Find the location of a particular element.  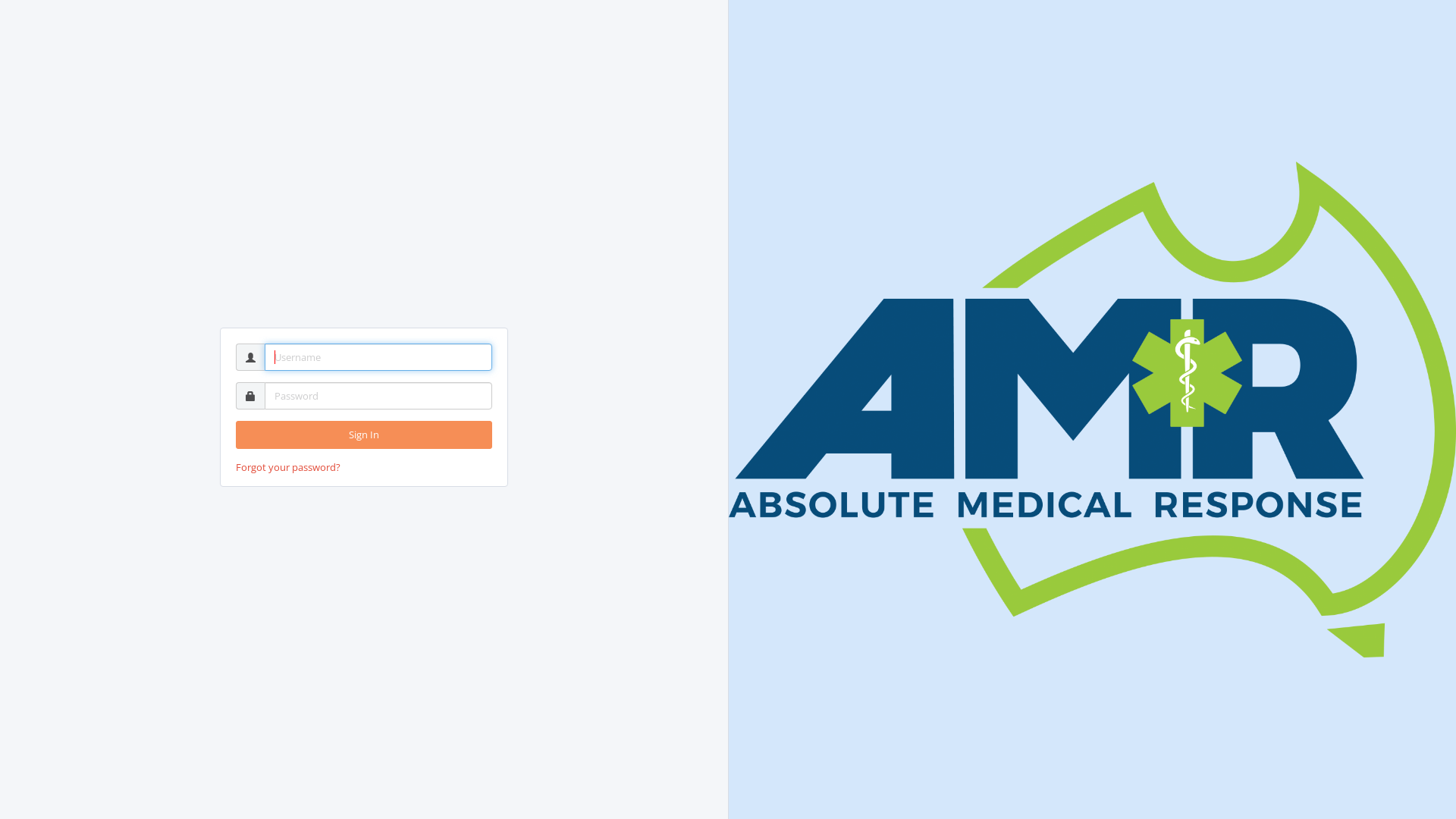

'Forgot your password?' is located at coordinates (287, 466).